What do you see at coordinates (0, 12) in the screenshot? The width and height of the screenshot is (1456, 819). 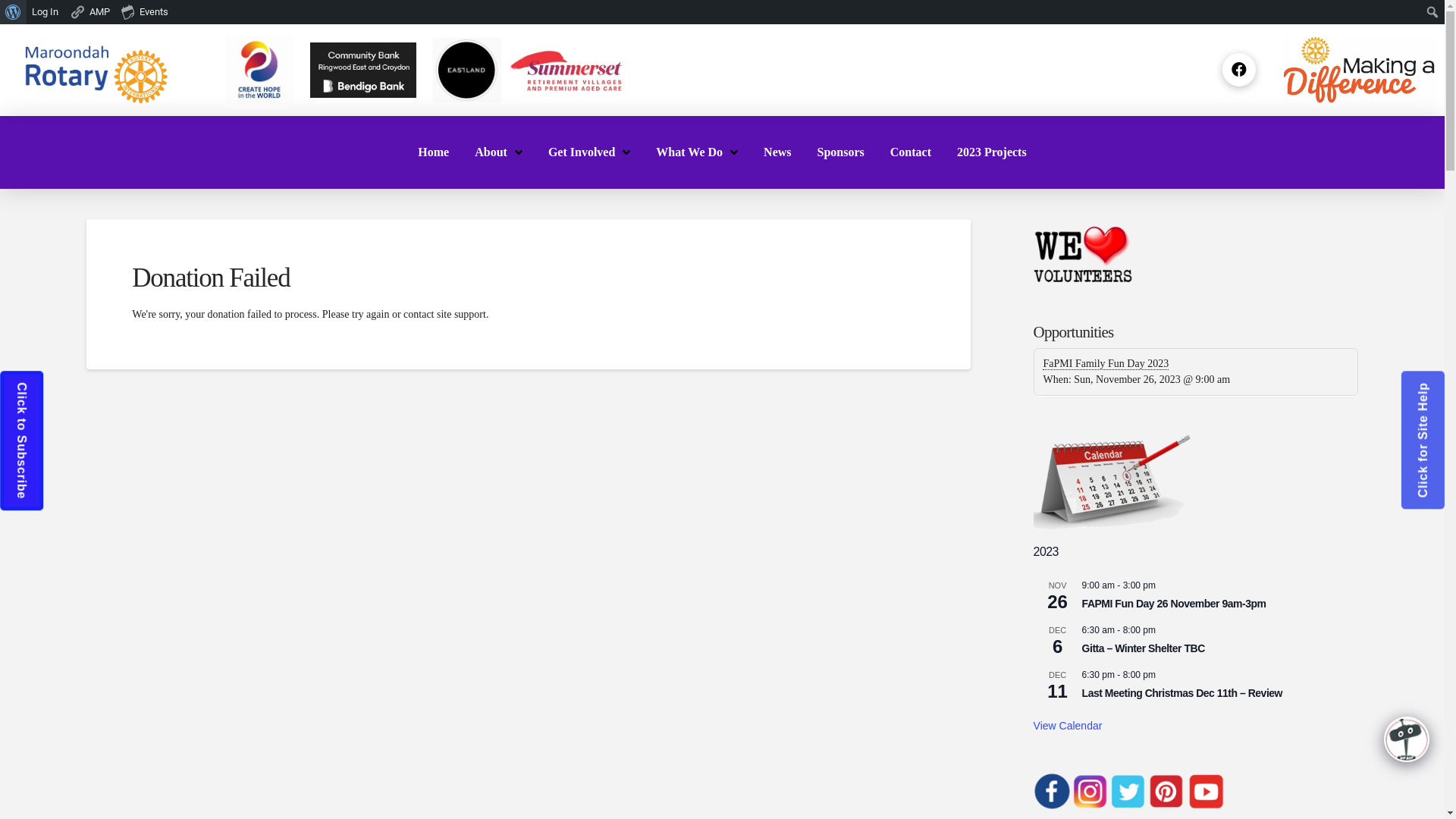 I see `'Search'` at bounding box center [0, 12].